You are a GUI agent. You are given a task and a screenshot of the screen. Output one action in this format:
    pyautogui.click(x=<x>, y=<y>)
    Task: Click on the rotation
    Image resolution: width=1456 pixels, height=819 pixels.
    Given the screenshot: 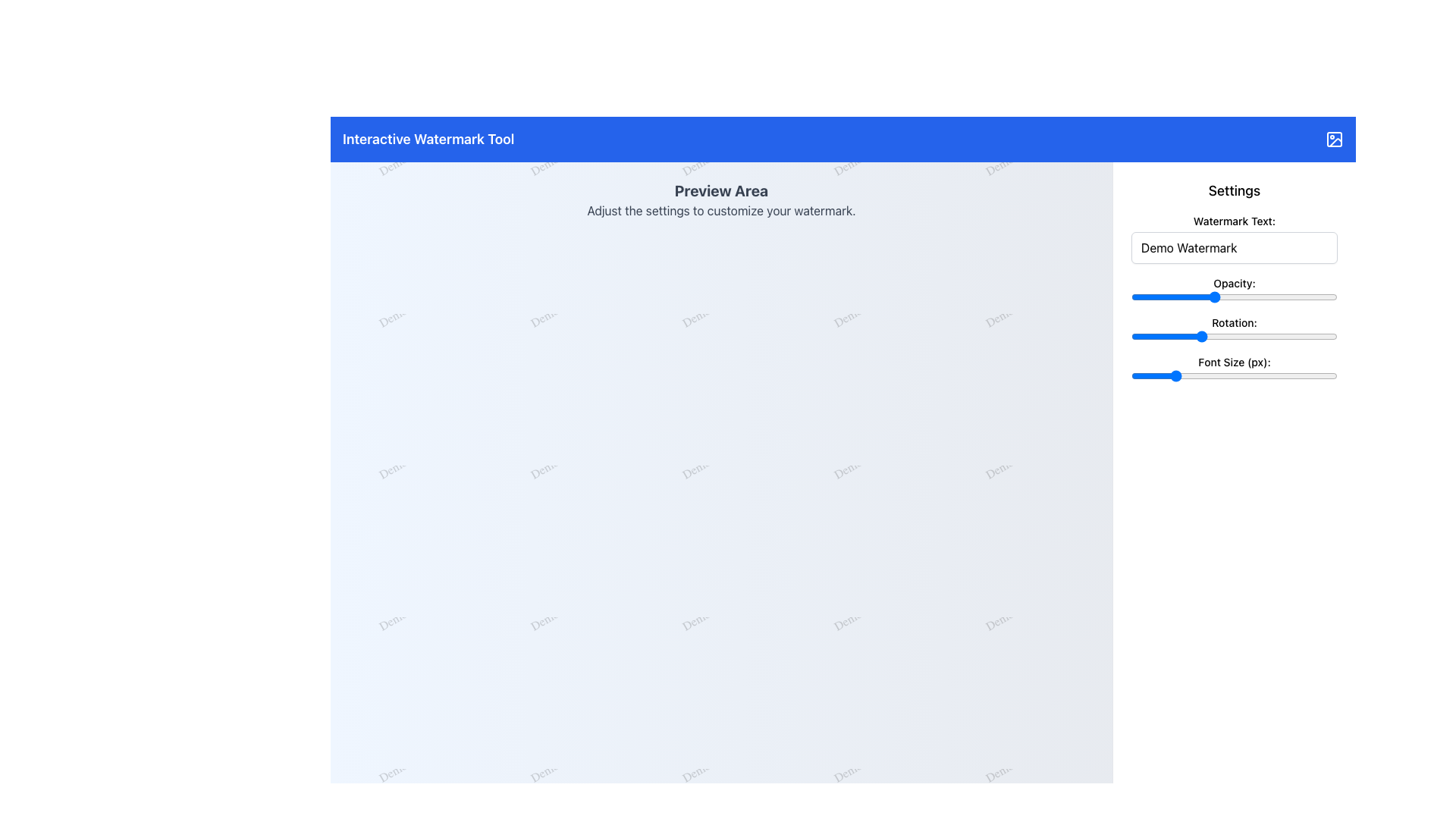 What is the action you would take?
    pyautogui.click(x=1262, y=335)
    